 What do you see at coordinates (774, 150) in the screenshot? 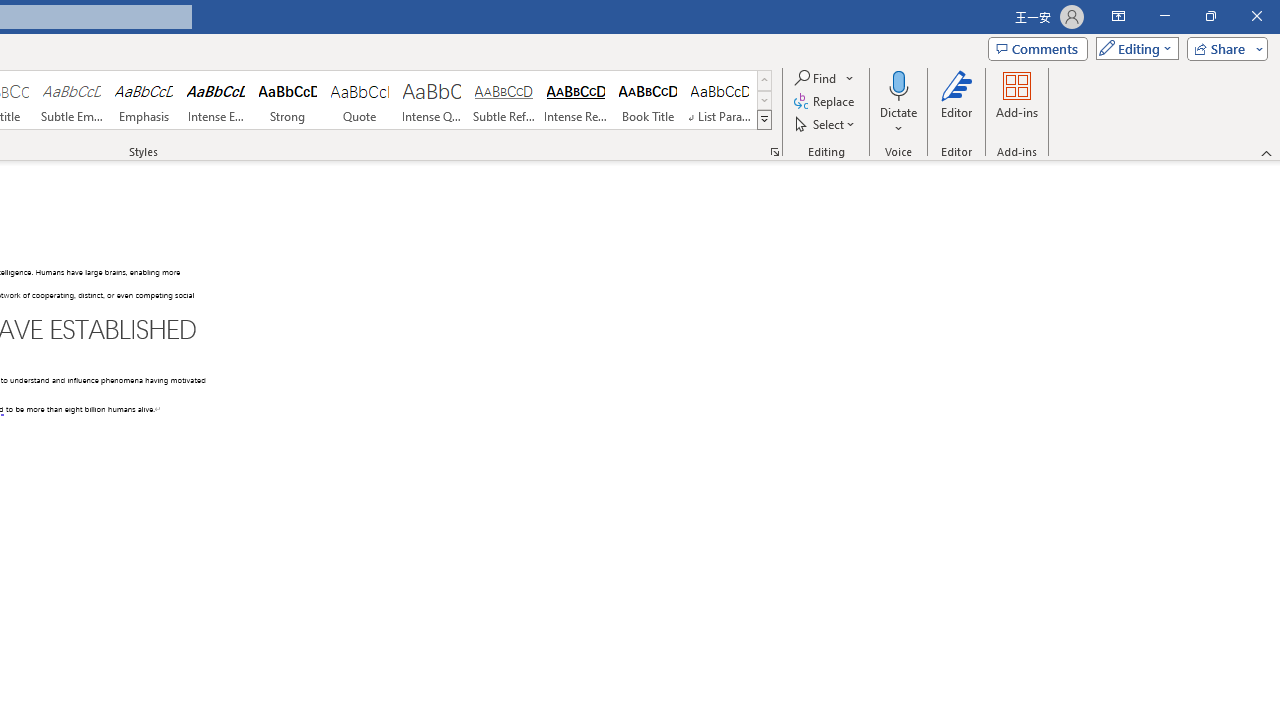
I see `'Styles...'` at bounding box center [774, 150].